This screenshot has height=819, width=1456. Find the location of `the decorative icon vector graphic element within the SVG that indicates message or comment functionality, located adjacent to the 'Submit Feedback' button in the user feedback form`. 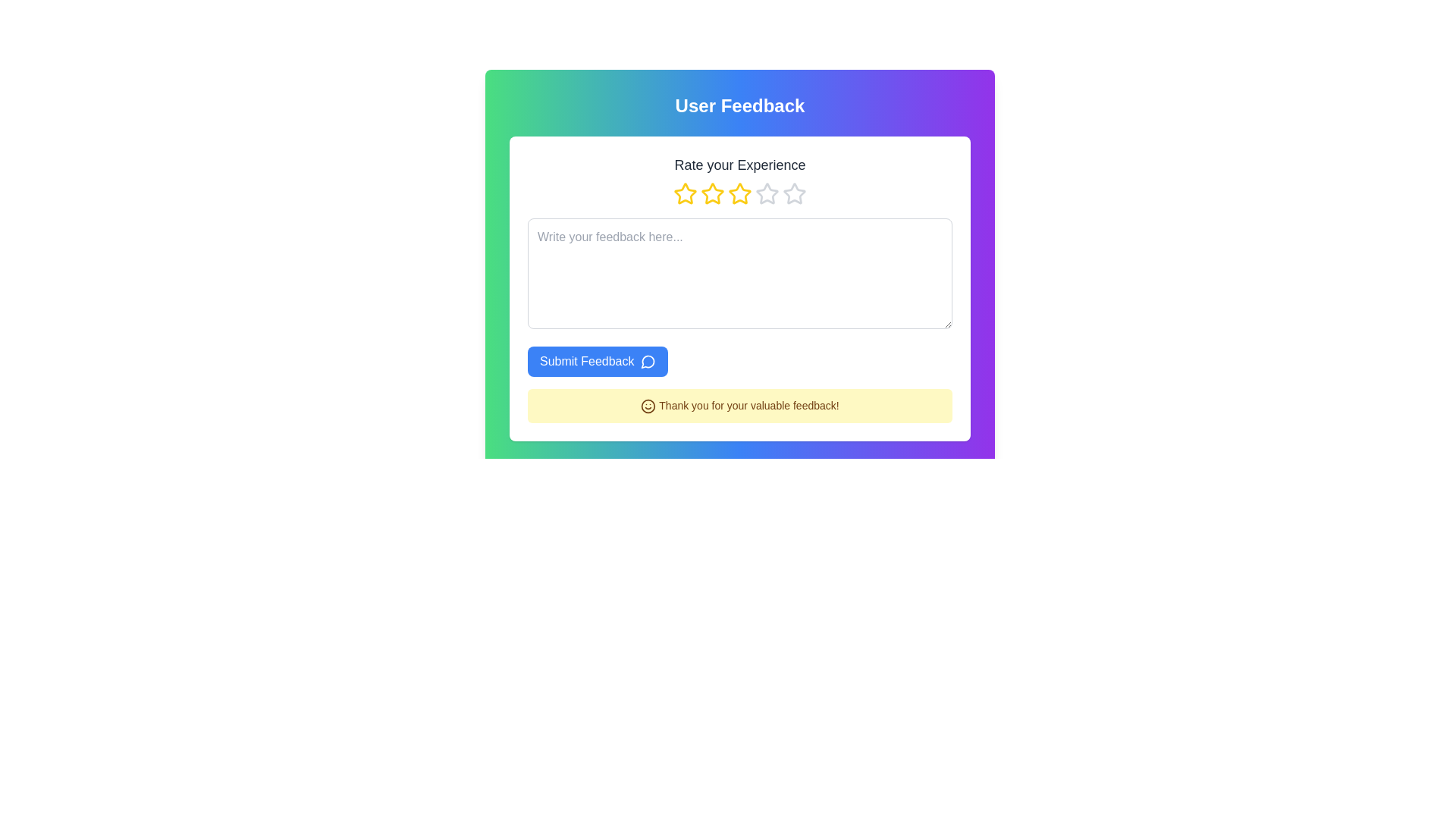

the decorative icon vector graphic element within the SVG that indicates message or comment functionality, located adjacent to the 'Submit Feedback' button in the user feedback form is located at coordinates (648, 362).